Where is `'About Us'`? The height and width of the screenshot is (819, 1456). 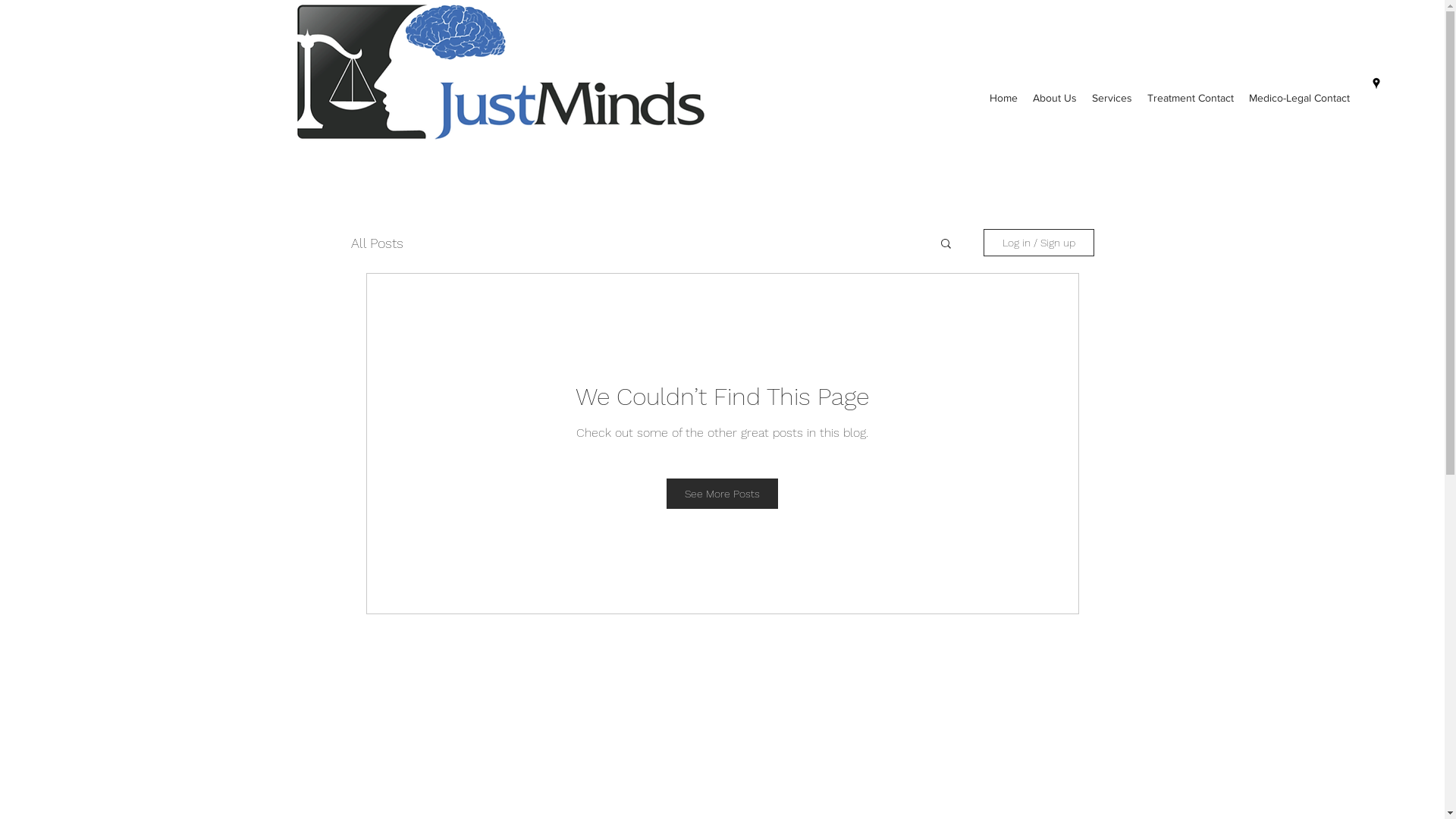 'About Us' is located at coordinates (1054, 98).